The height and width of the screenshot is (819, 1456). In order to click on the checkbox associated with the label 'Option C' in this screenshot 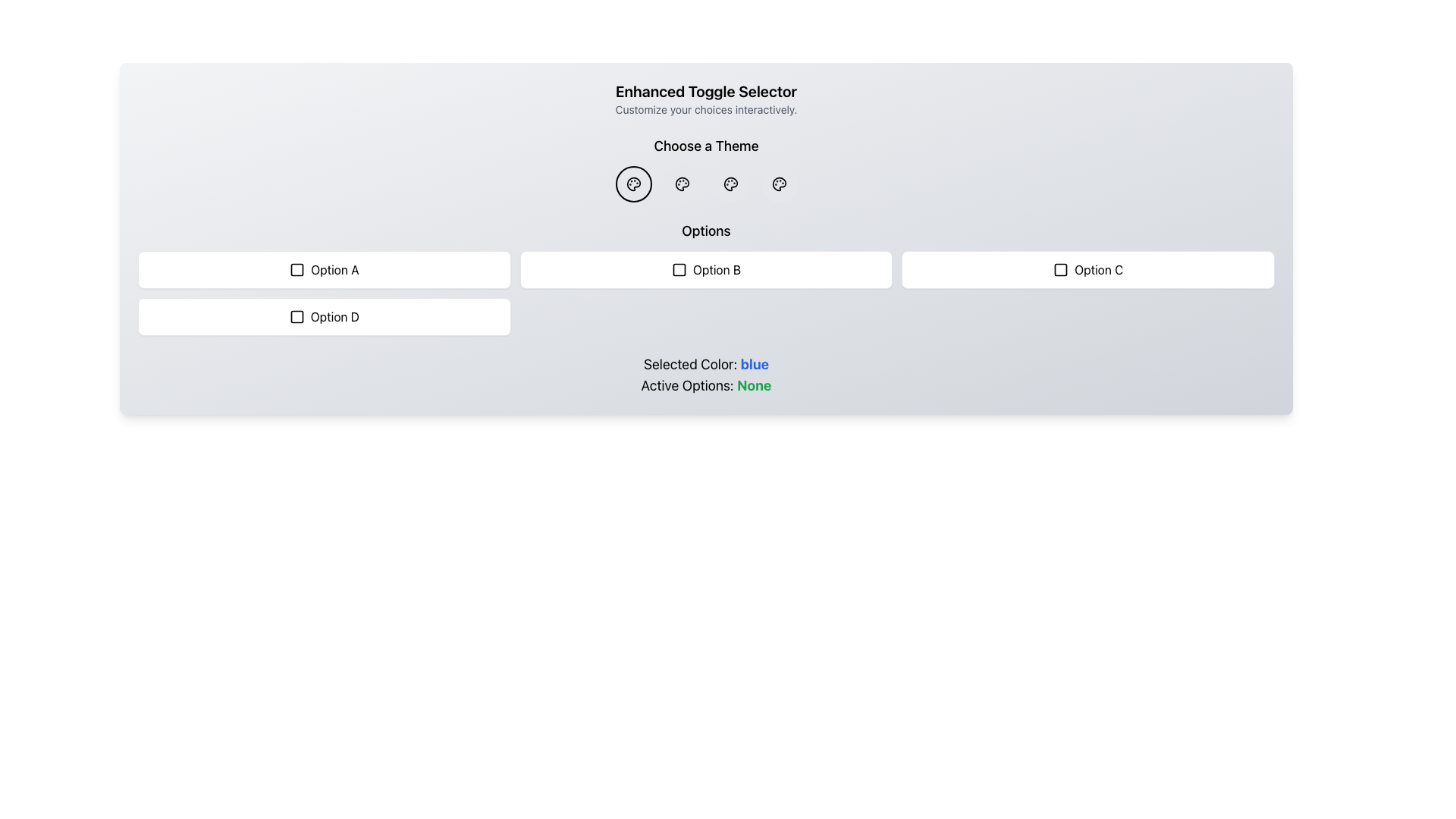, I will do `click(1060, 268)`.